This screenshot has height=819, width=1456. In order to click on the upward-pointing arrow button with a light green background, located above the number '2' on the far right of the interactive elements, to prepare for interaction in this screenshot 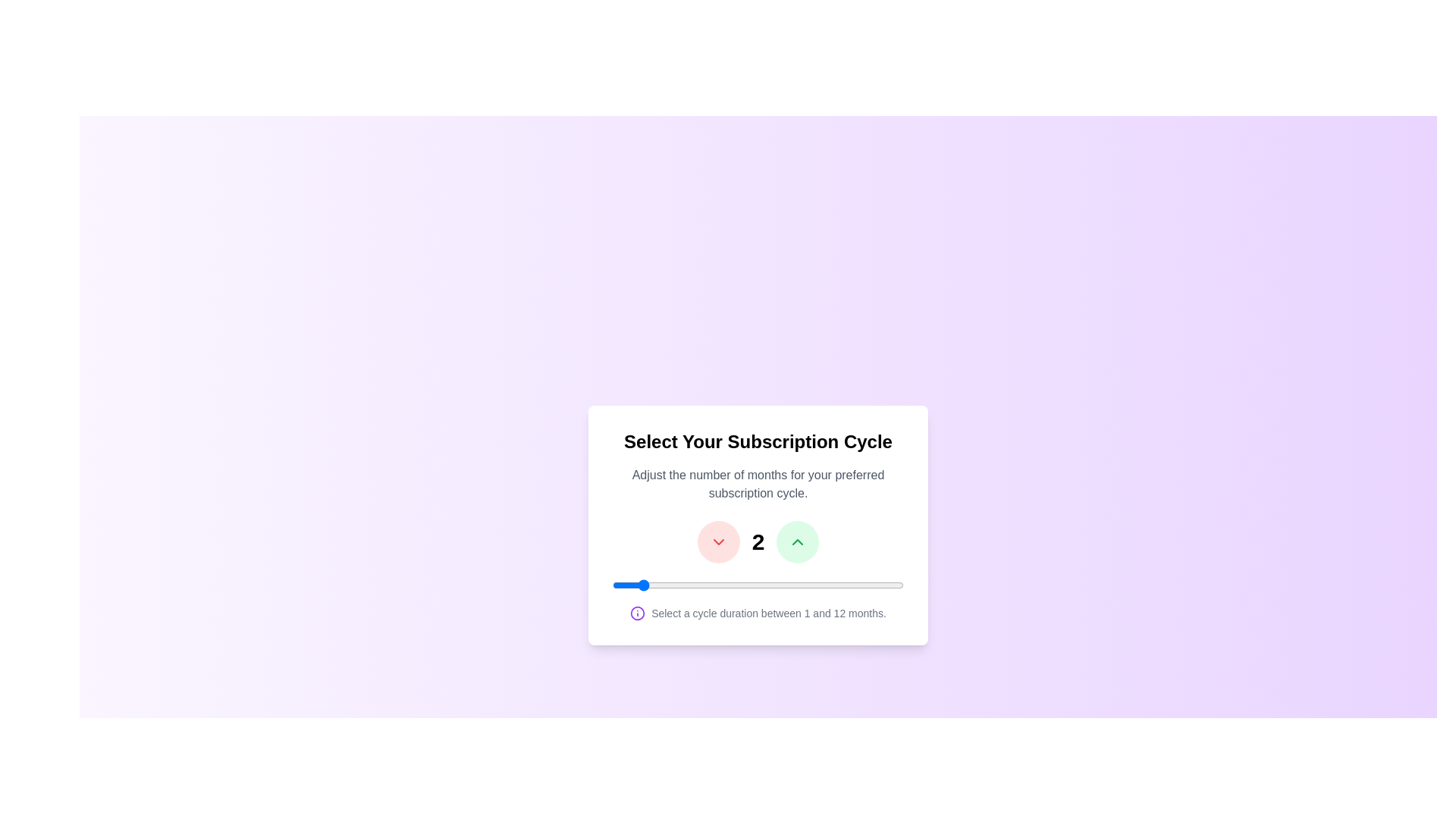, I will do `click(797, 541)`.